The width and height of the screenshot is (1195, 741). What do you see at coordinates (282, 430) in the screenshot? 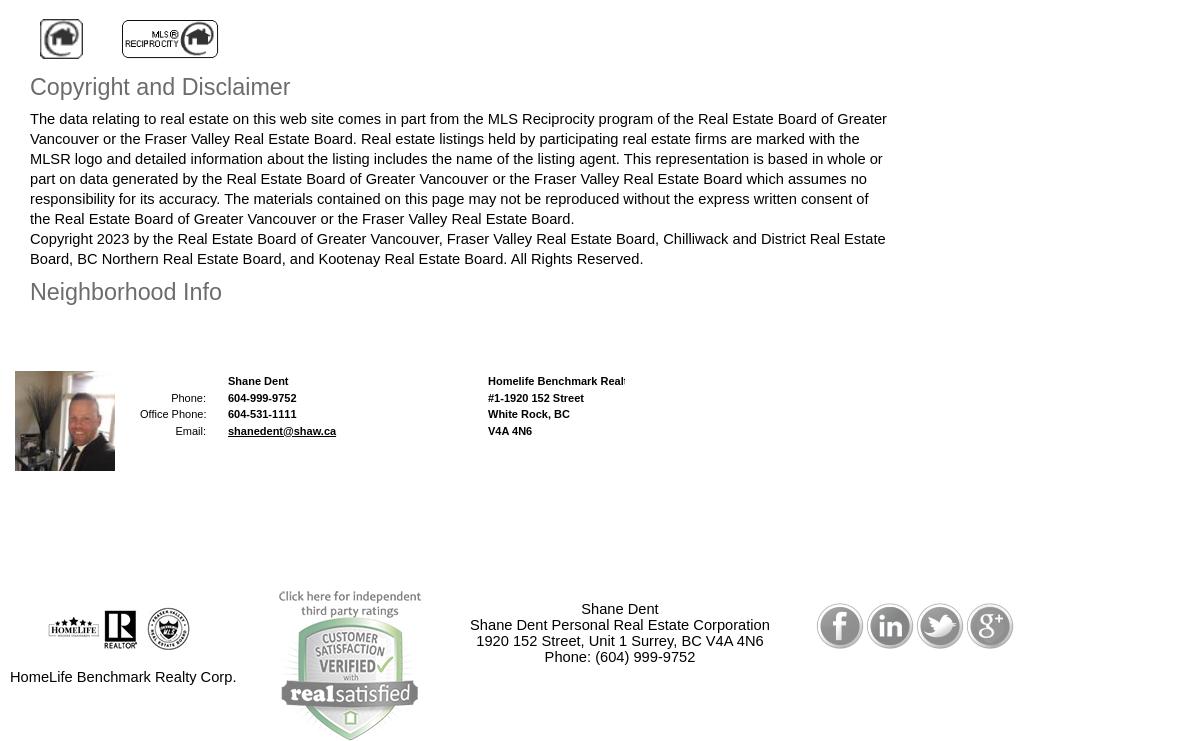
I see `'shanedent@shaw.ca'` at bounding box center [282, 430].